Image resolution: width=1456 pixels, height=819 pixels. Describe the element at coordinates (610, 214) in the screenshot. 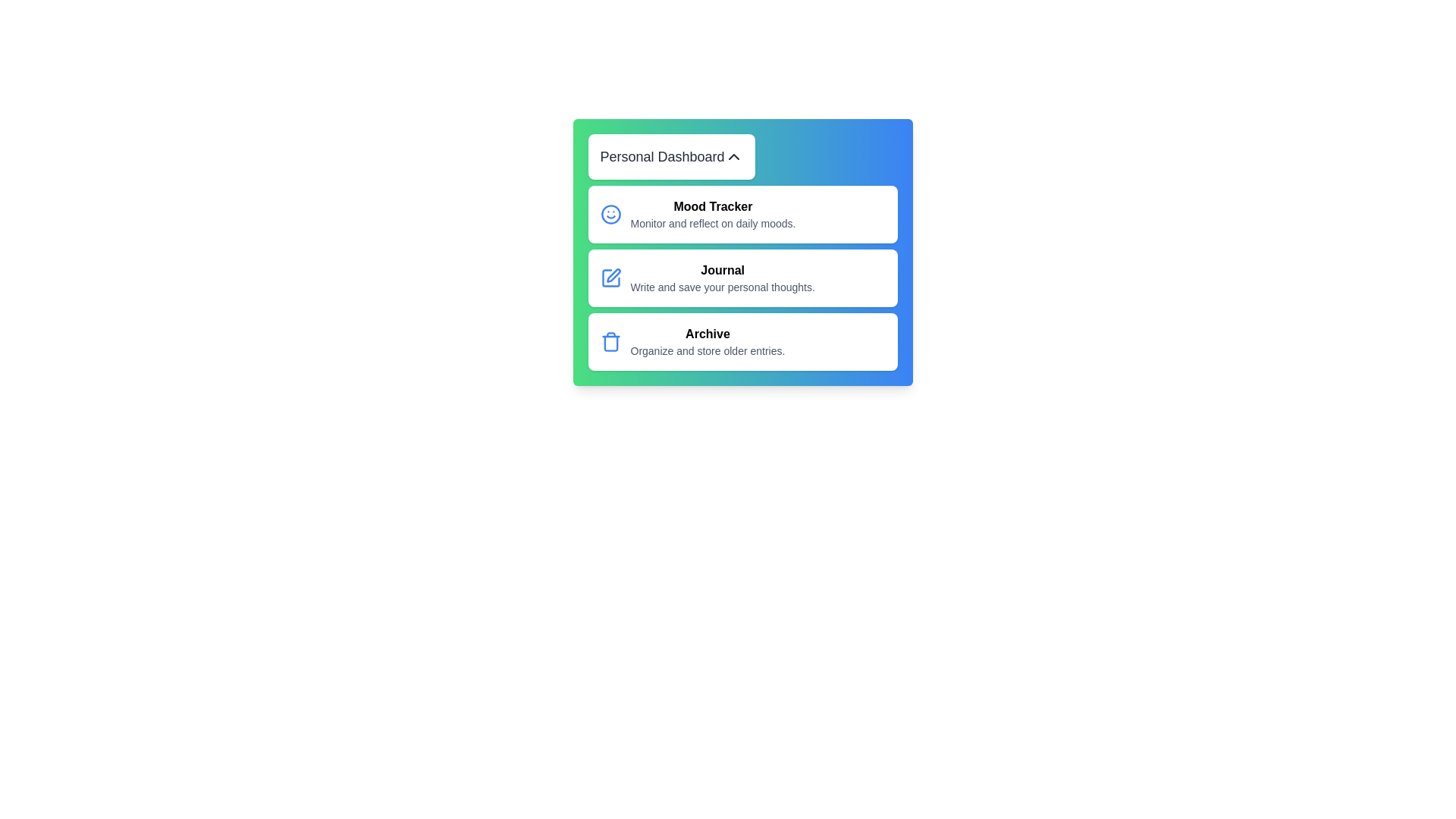

I see `the icon next to the menu item Mood Tracker` at that location.